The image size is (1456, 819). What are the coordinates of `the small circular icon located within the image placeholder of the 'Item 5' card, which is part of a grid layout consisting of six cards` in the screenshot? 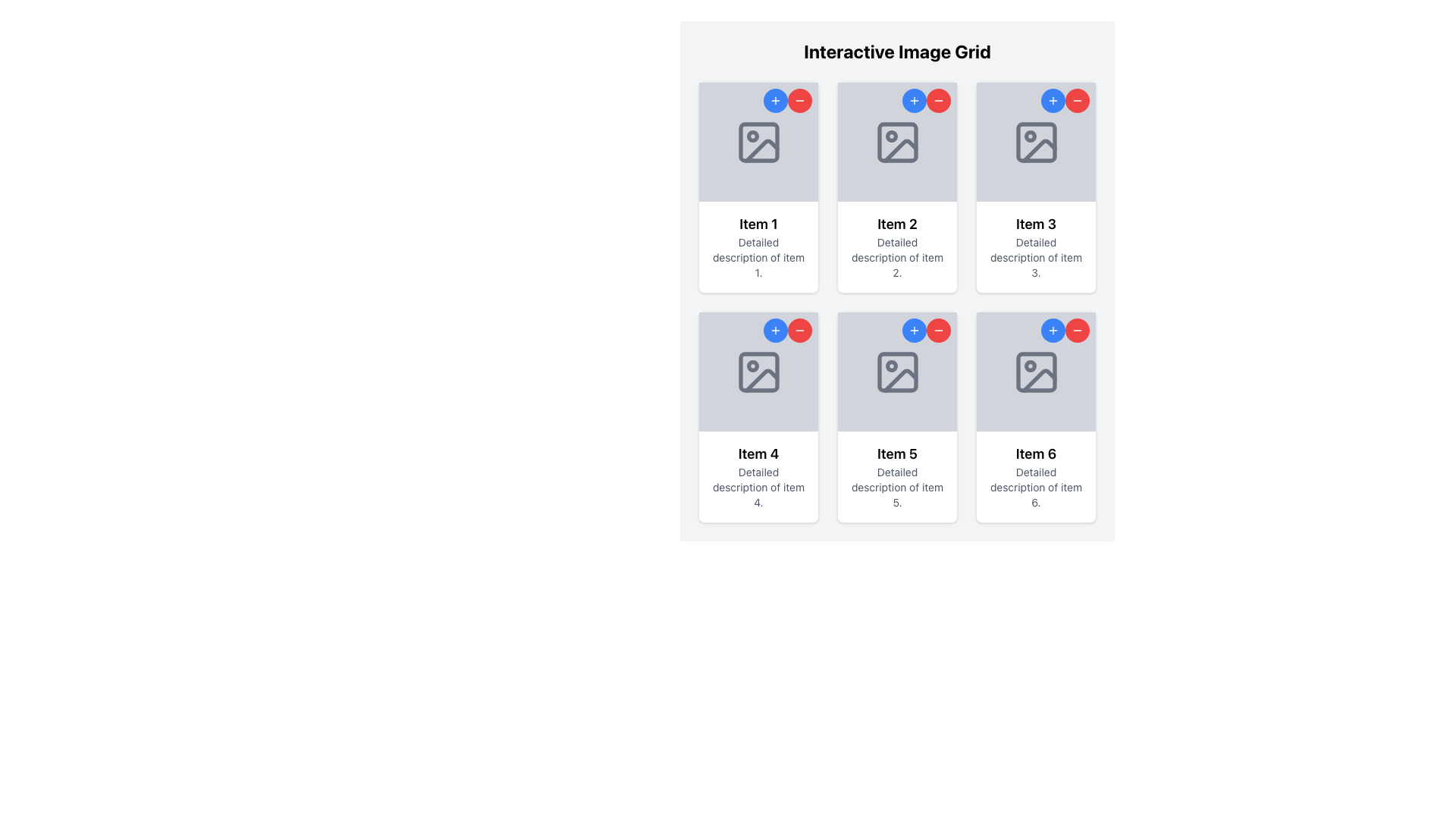 It's located at (891, 366).